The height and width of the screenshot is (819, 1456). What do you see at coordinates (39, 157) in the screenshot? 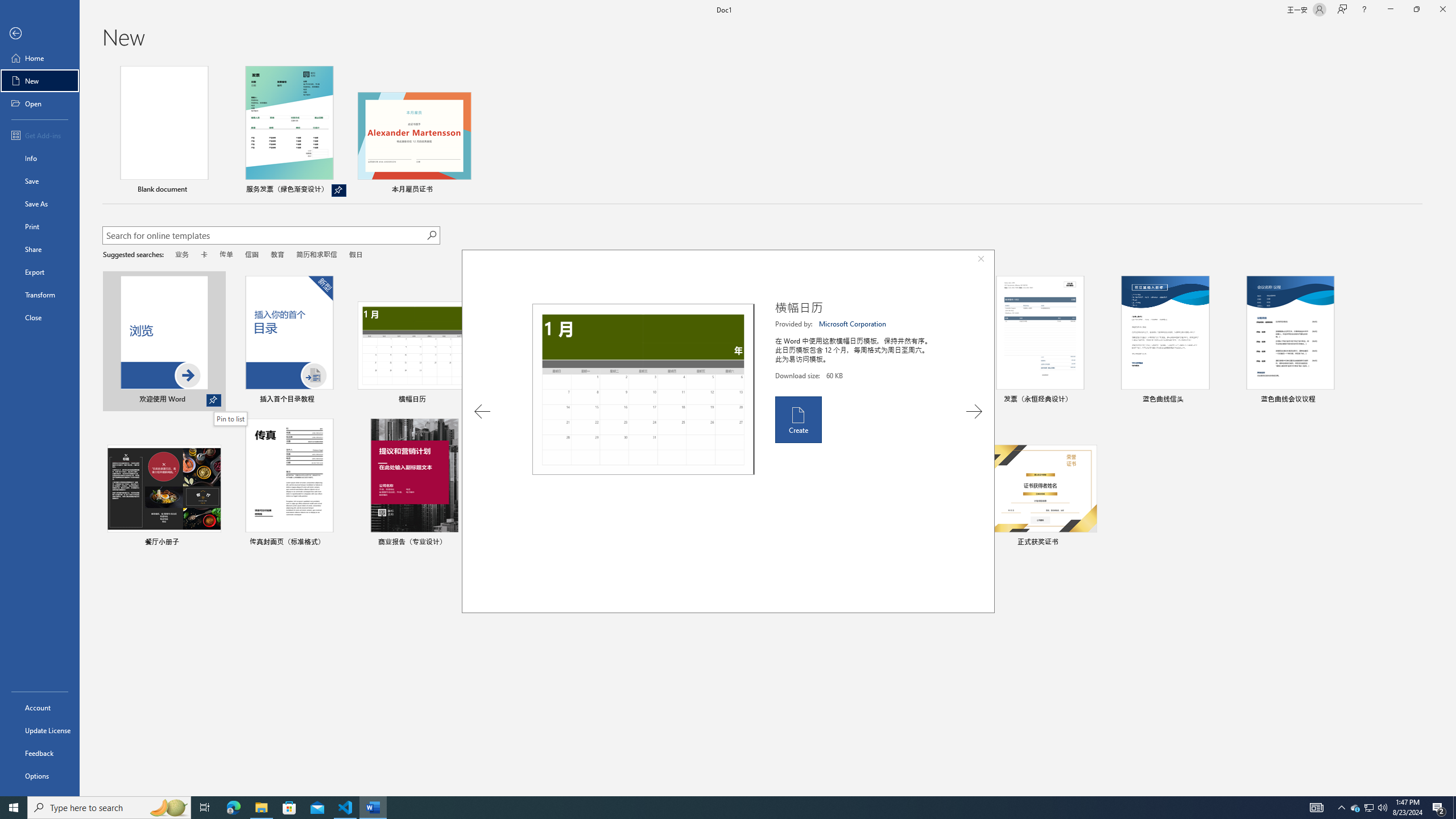
I see `'Info'` at bounding box center [39, 157].